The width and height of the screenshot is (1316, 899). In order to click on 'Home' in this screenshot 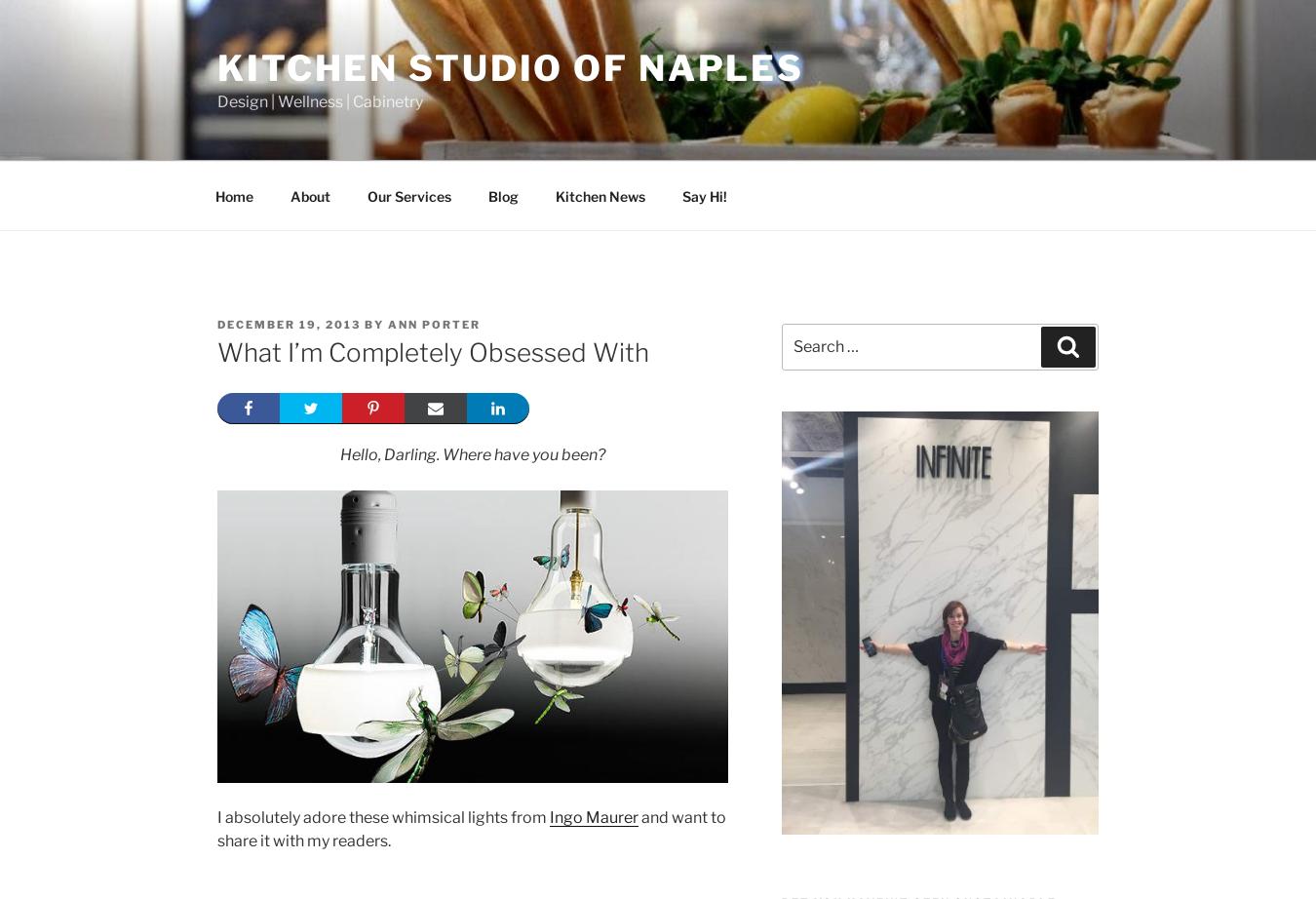, I will do `click(232, 195)`.